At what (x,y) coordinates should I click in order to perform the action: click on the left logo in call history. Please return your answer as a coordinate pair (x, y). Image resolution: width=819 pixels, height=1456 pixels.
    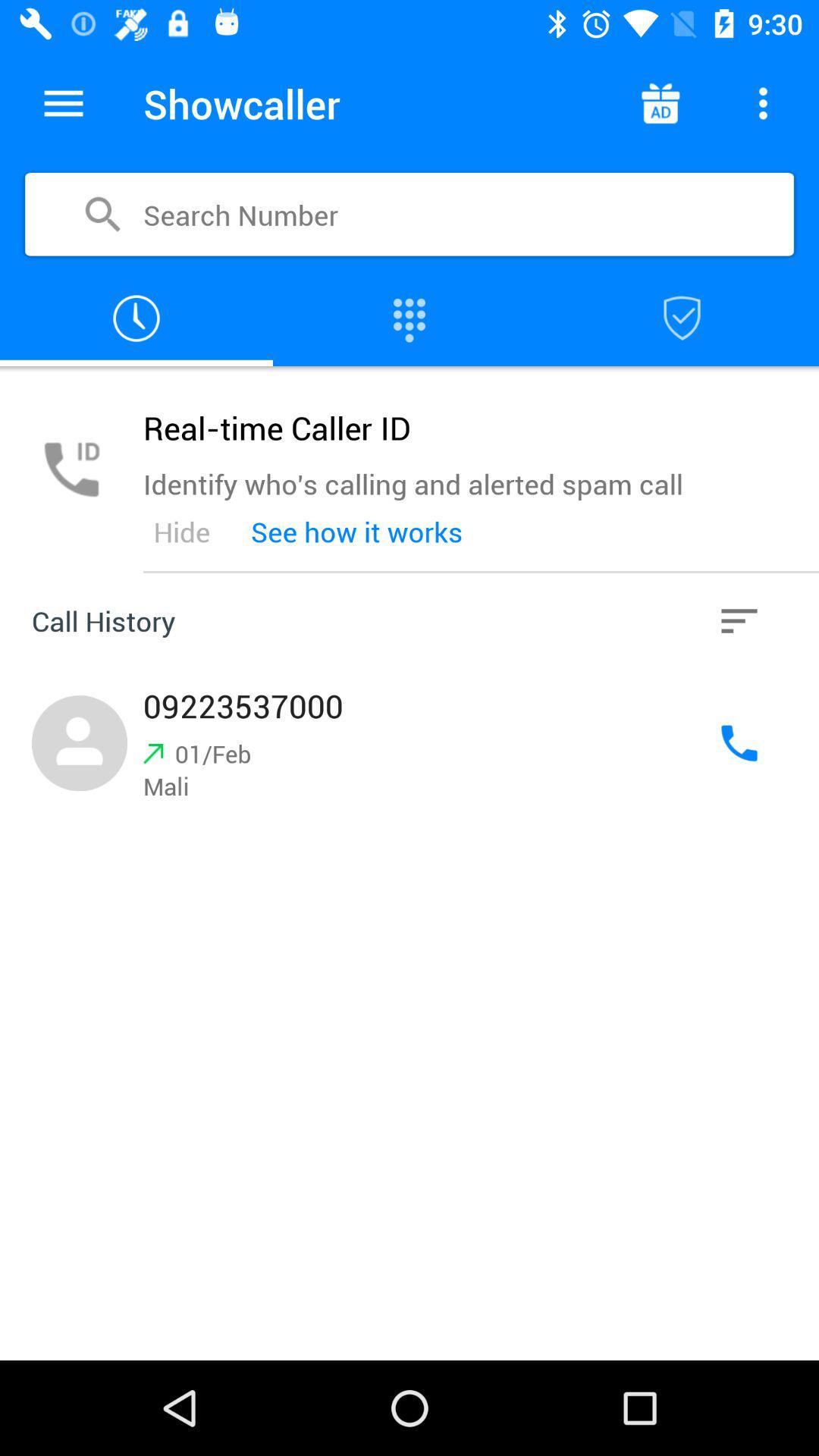
    Looking at the image, I should click on (79, 742).